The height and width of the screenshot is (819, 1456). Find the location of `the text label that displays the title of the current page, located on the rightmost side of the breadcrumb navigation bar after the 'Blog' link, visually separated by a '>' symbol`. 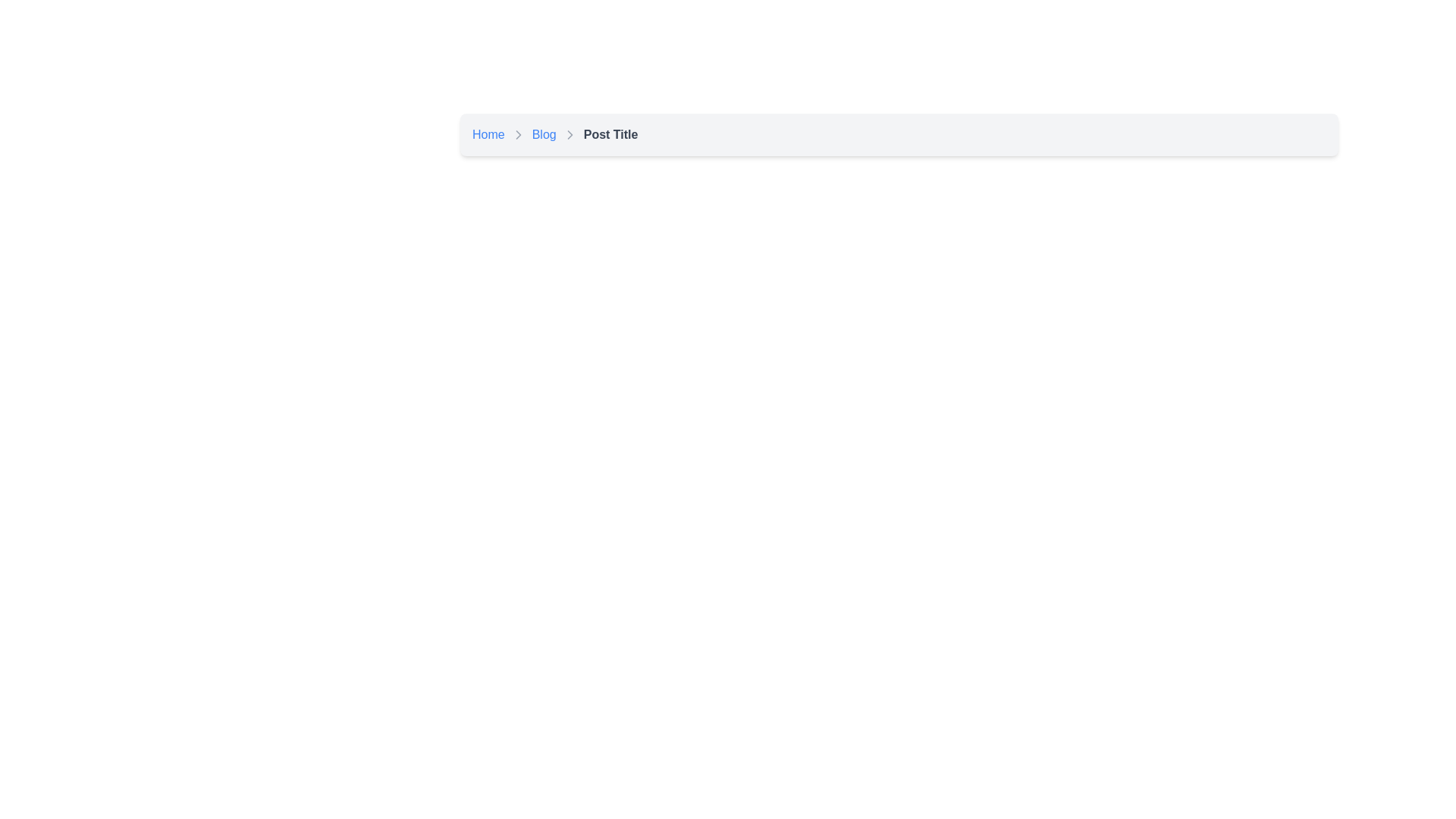

the text label that displays the title of the current page, located on the rightmost side of the breadcrumb navigation bar after the 'Blog' link, visually separated by a '>' symbol is located at coordinates (610, 133).